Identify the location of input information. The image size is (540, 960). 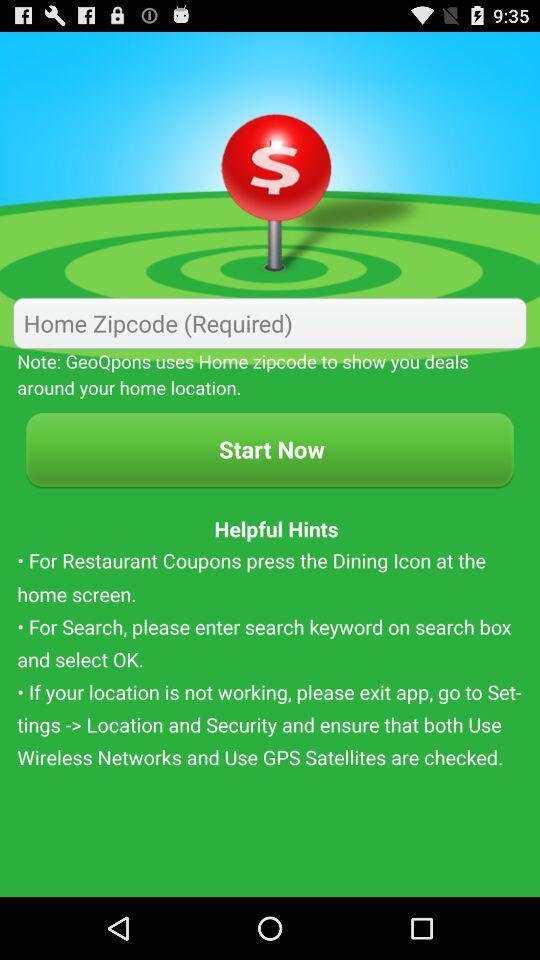
(270, 323).